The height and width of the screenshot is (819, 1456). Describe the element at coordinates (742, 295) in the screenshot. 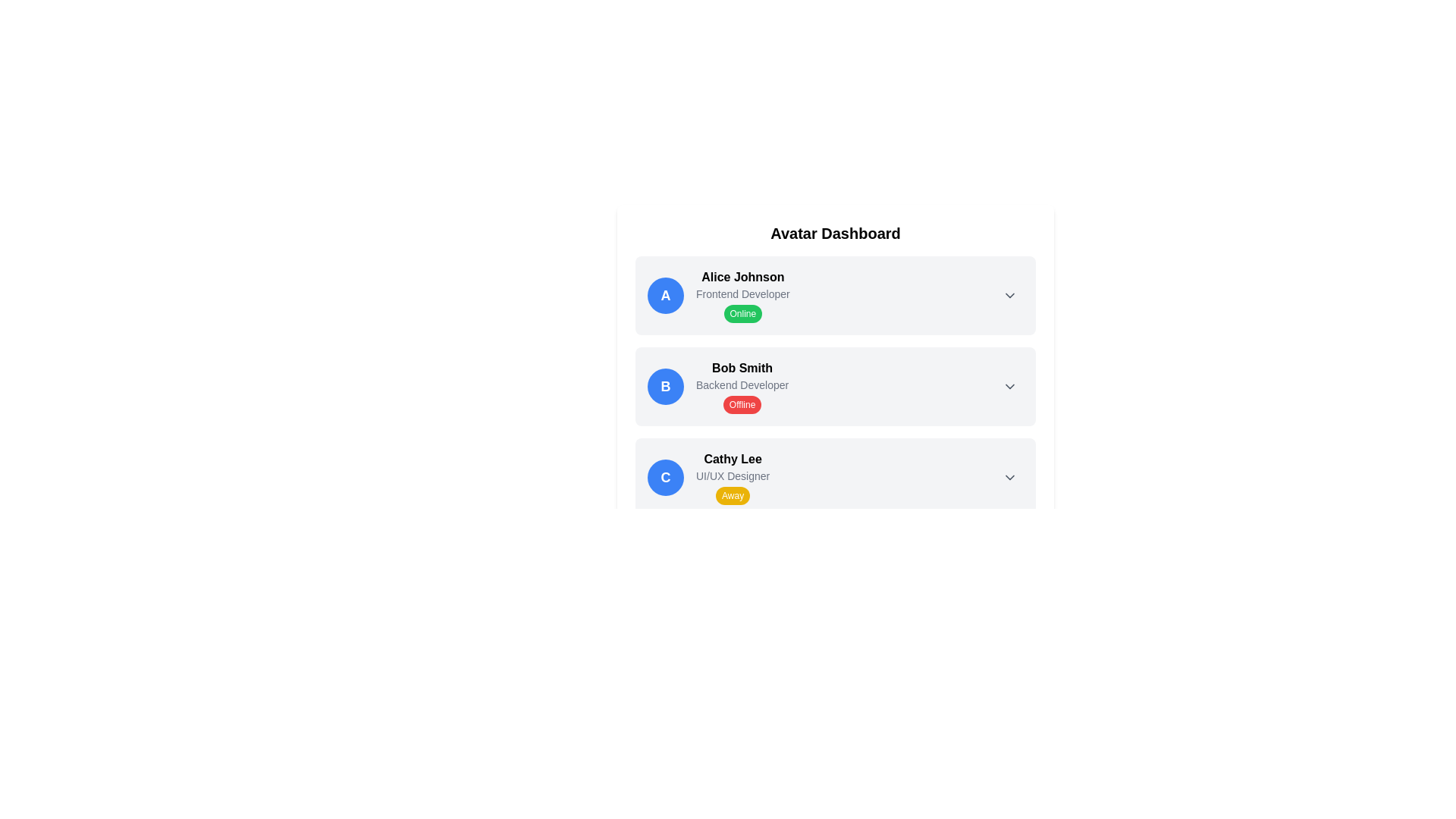

I see `the online status of Alice Johnson` at that location.